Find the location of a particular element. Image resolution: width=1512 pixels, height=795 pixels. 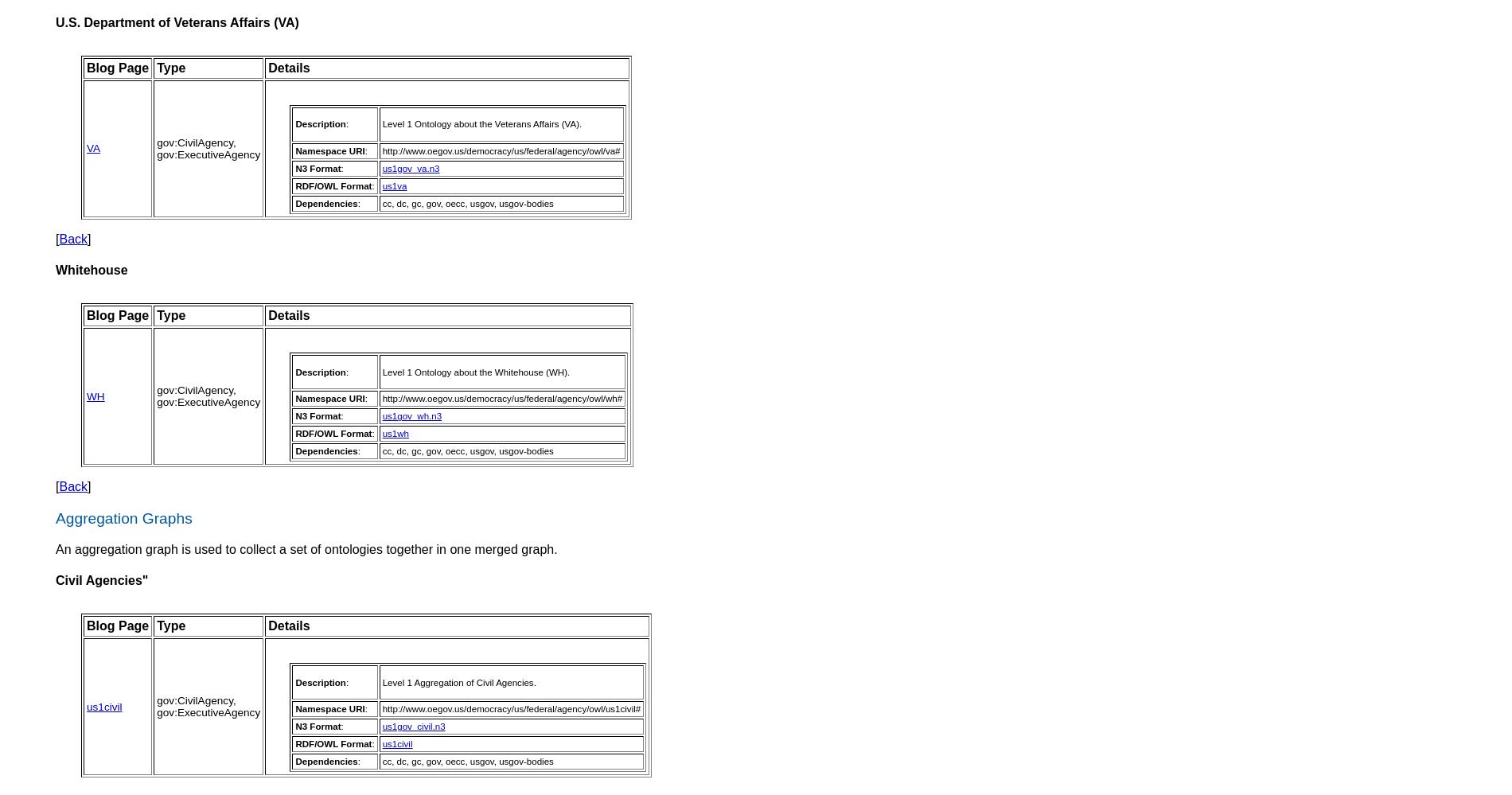

'http://www.oegov.us/democracy/us/federal/agency/owl/us1civil#' is located at coordinates (511, 709).